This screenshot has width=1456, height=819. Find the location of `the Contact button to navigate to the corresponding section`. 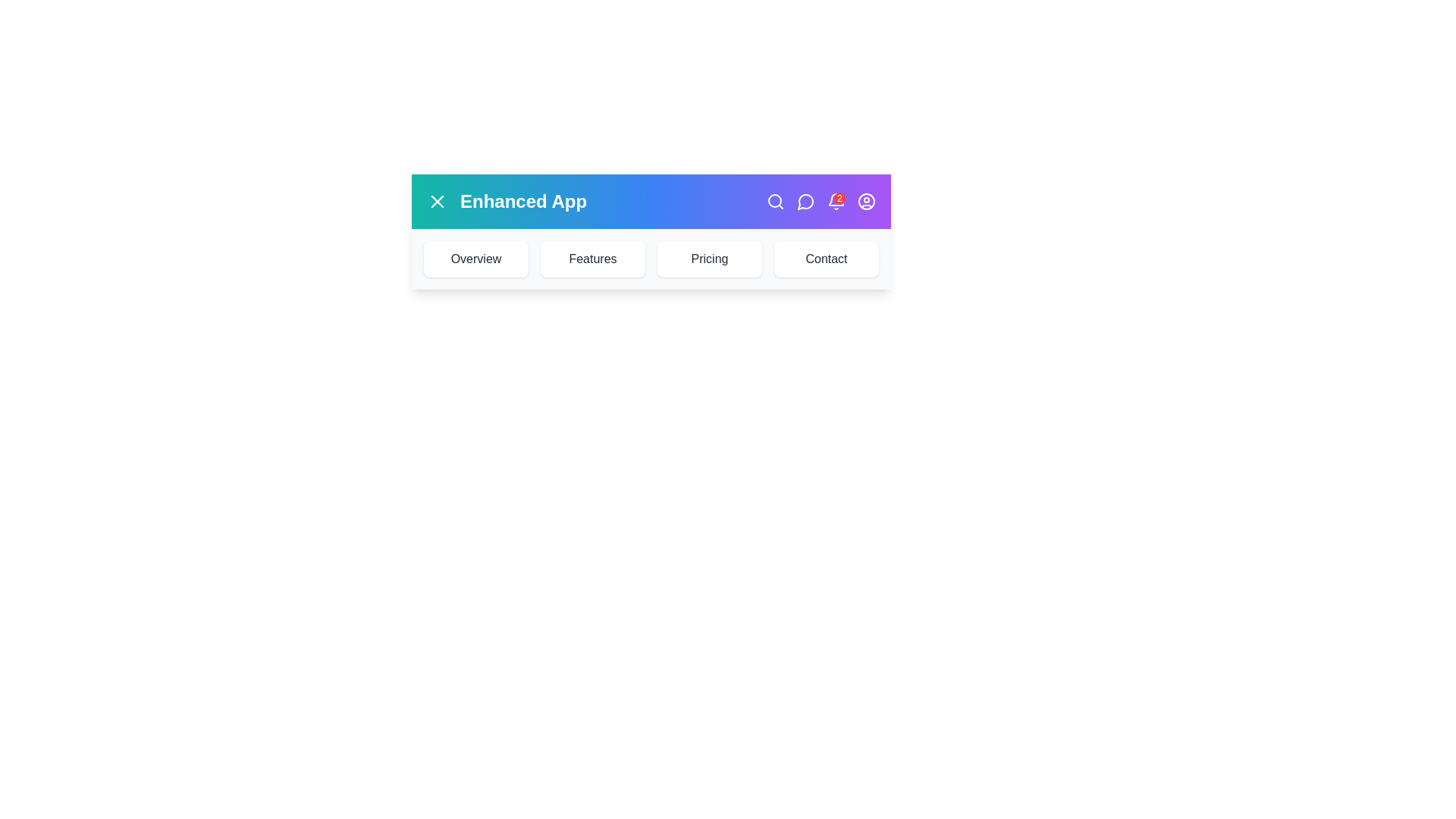

the Contact button to navigate to the corresponding section is located at coordinates (825, 259).